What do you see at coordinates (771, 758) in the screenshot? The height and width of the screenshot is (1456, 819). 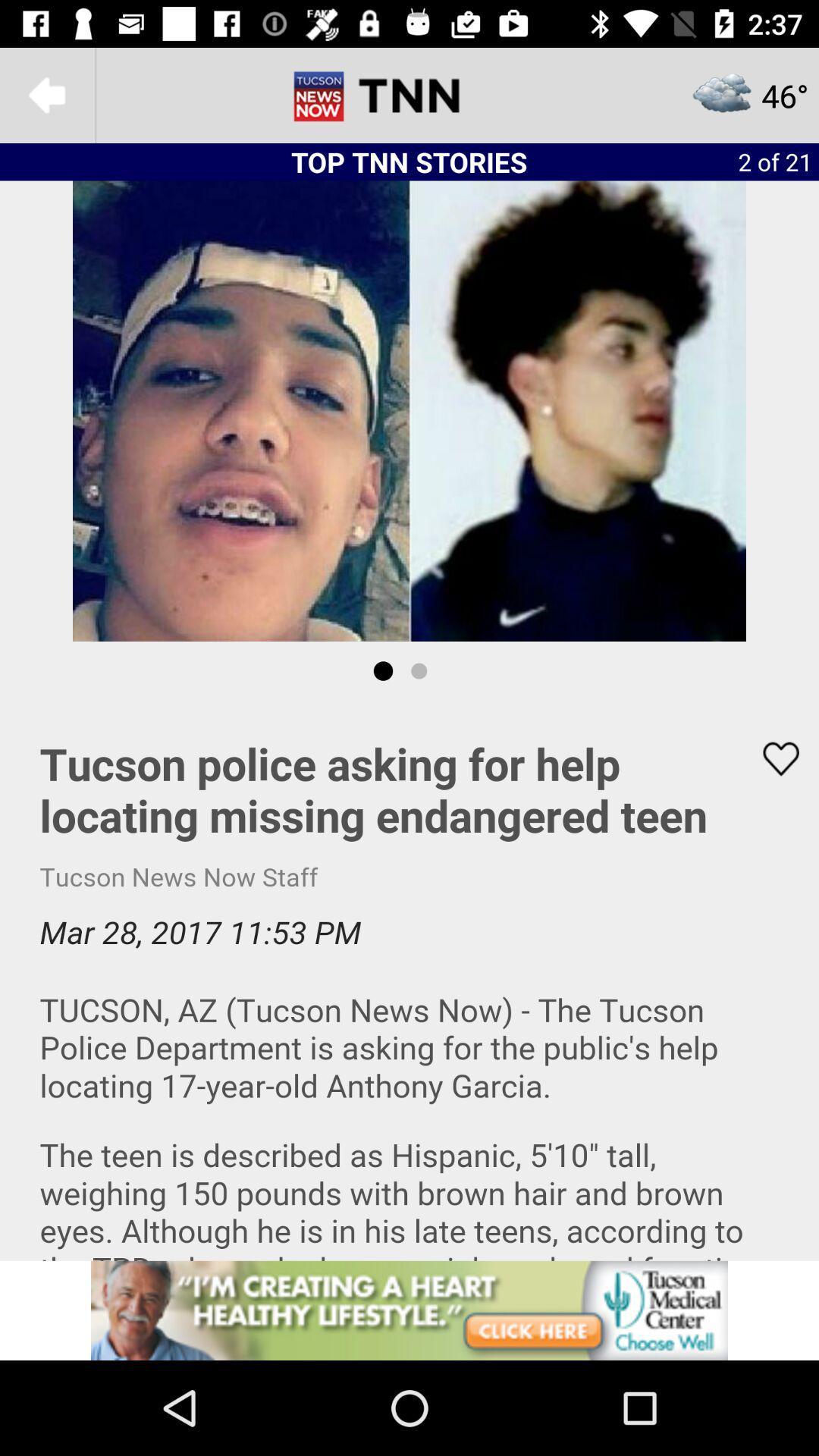 I see `to favorite` at bounding box center [771, 758].